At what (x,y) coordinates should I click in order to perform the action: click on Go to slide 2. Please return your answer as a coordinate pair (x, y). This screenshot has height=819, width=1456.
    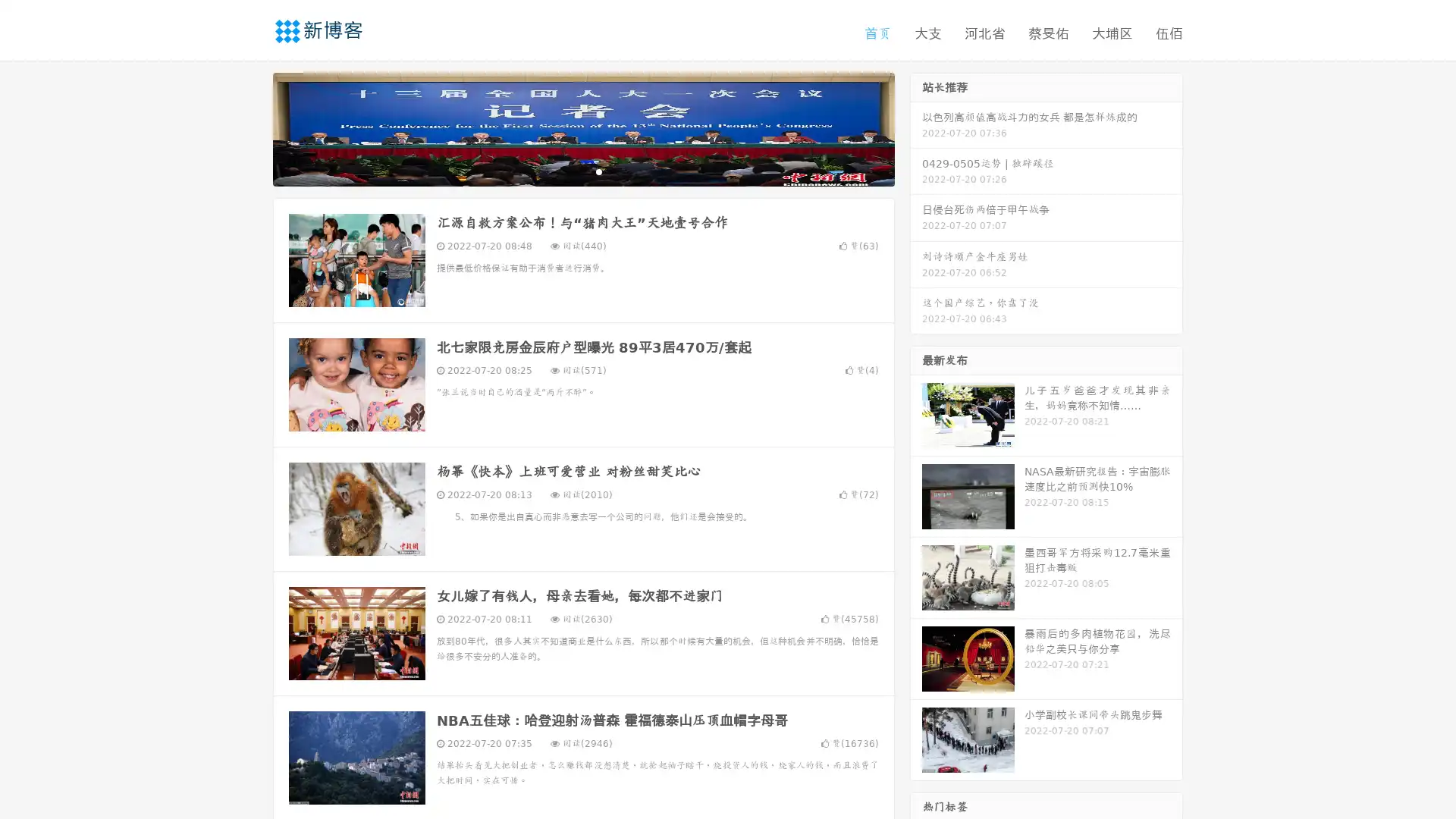
    Looking at the image, I should click on (582, 171).